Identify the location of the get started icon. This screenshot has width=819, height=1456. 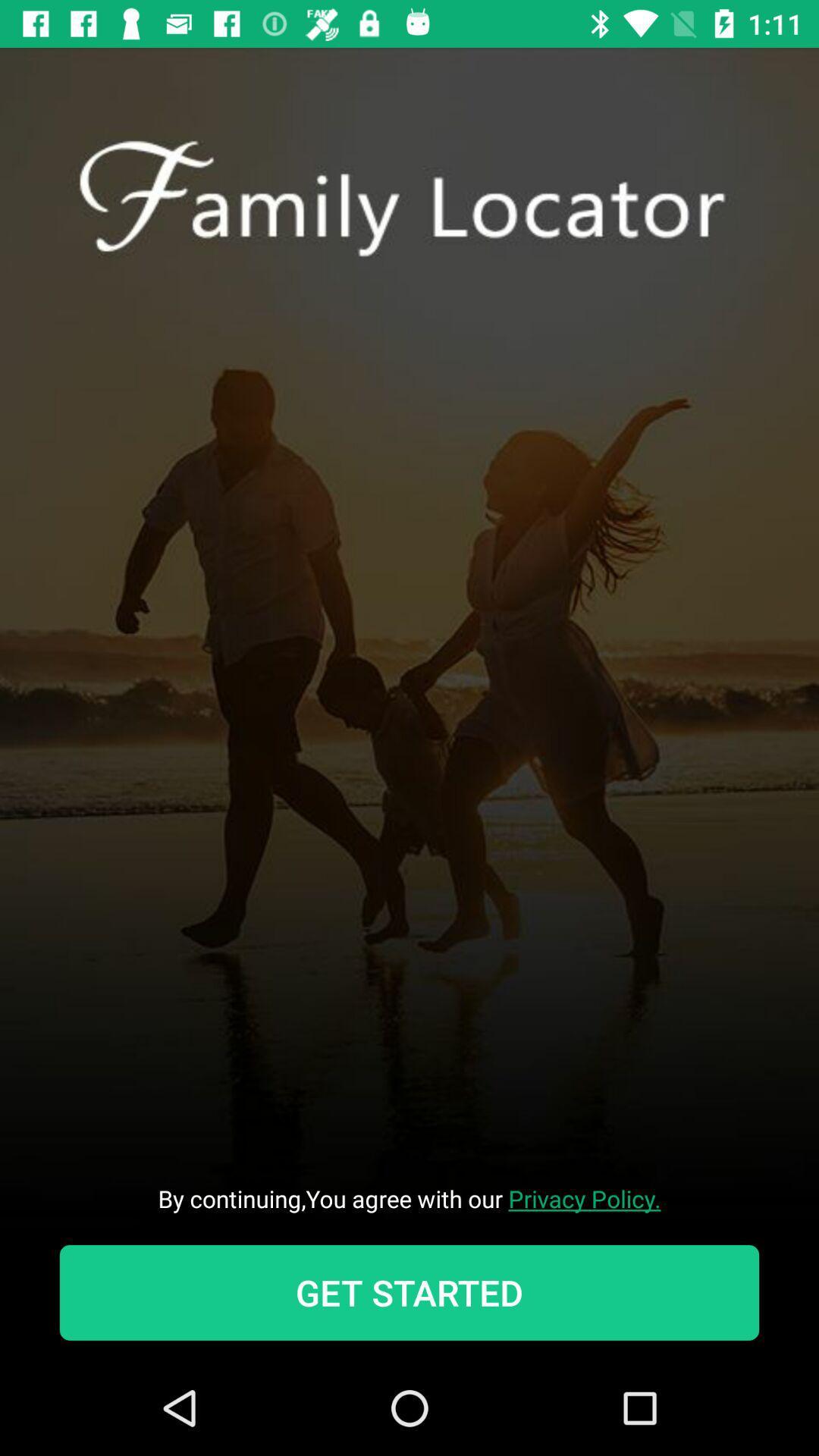
(409, 1291).